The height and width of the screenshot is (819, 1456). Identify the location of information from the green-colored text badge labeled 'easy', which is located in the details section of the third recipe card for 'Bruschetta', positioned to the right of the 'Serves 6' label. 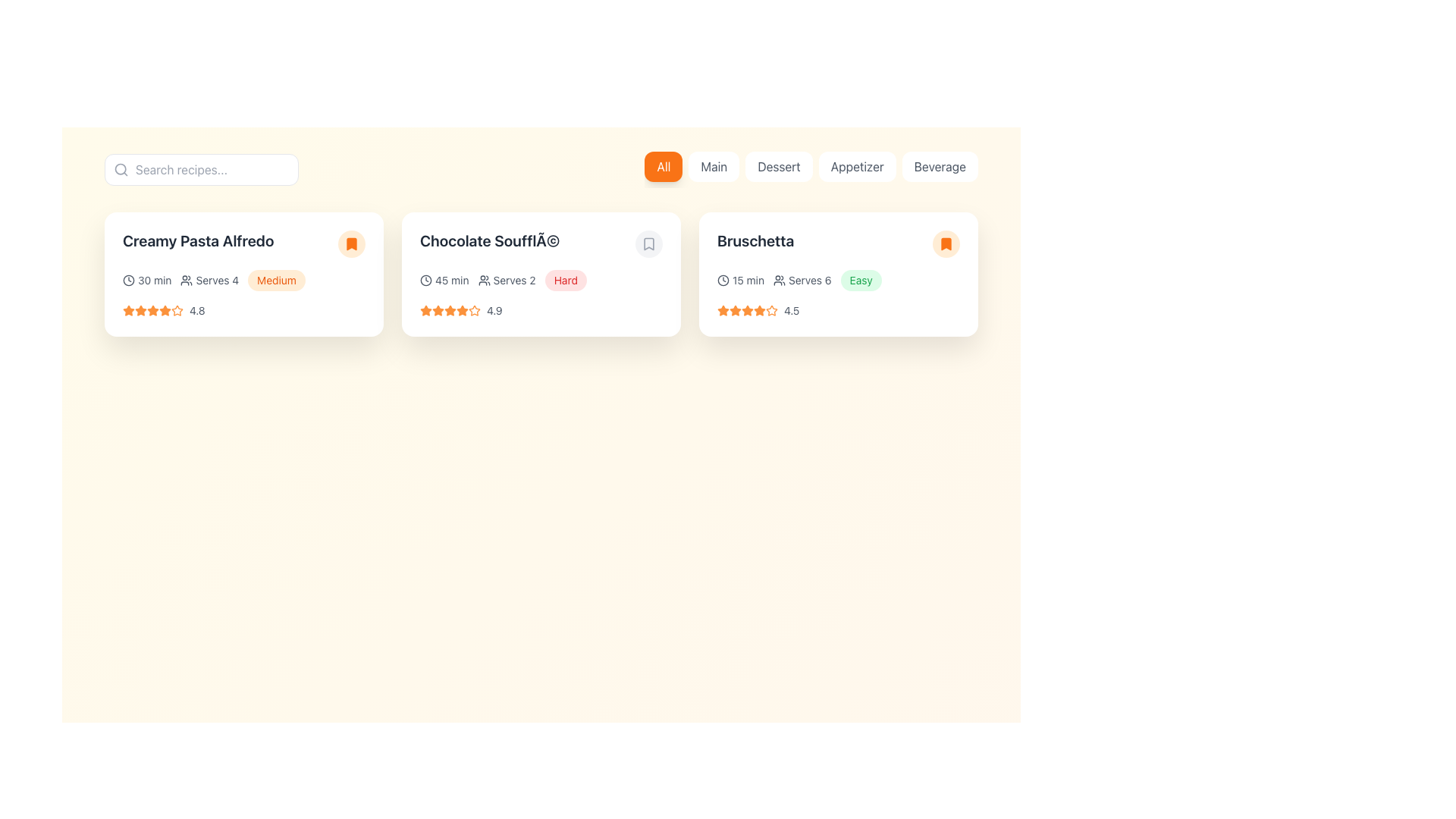
(861, 281).